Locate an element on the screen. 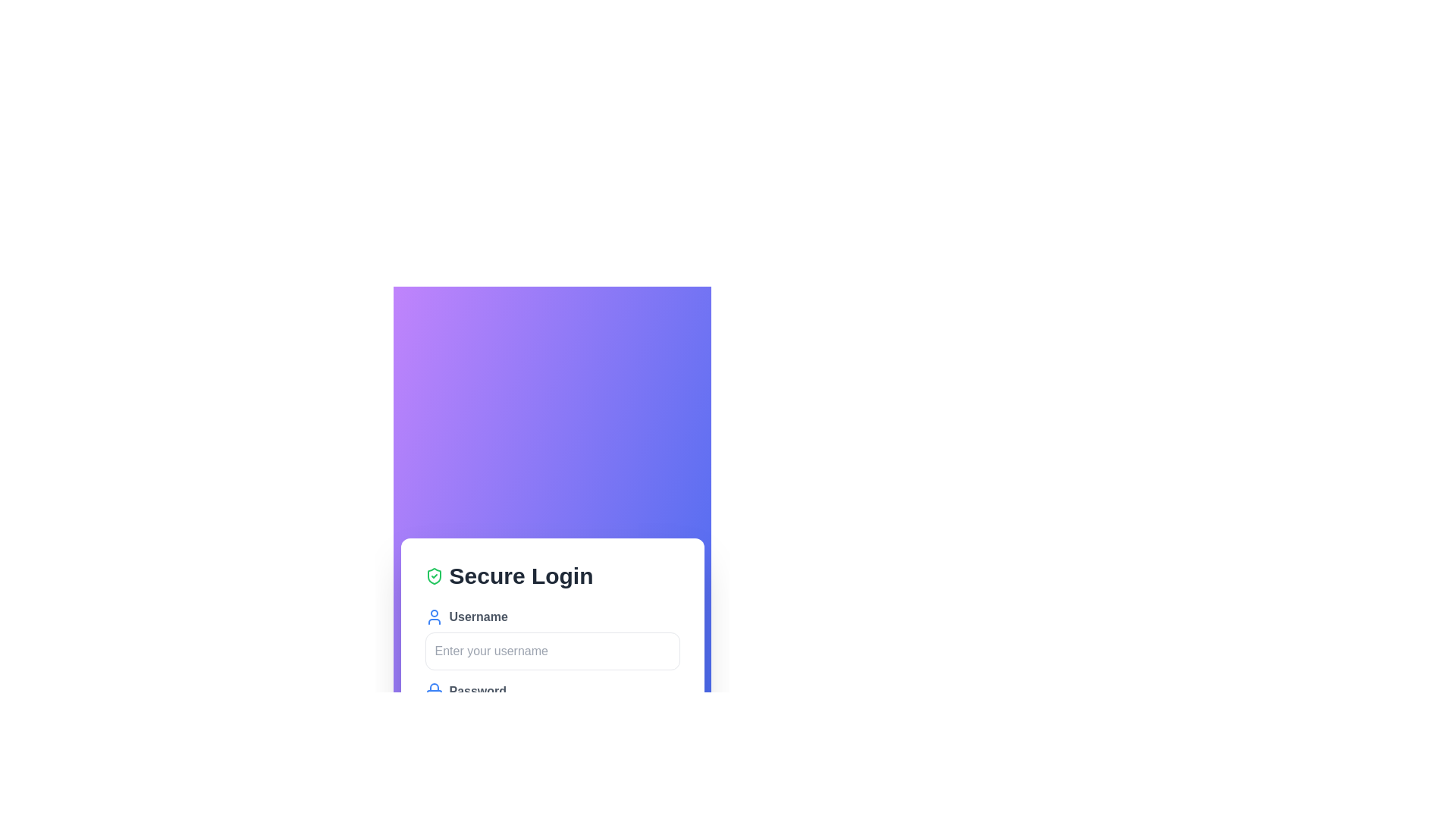 The image size is (1456, 819). the security icon located to the left of the 'Secure Login' text, which serves as a visual indication of security or validation is located at coordinates (433, 576).